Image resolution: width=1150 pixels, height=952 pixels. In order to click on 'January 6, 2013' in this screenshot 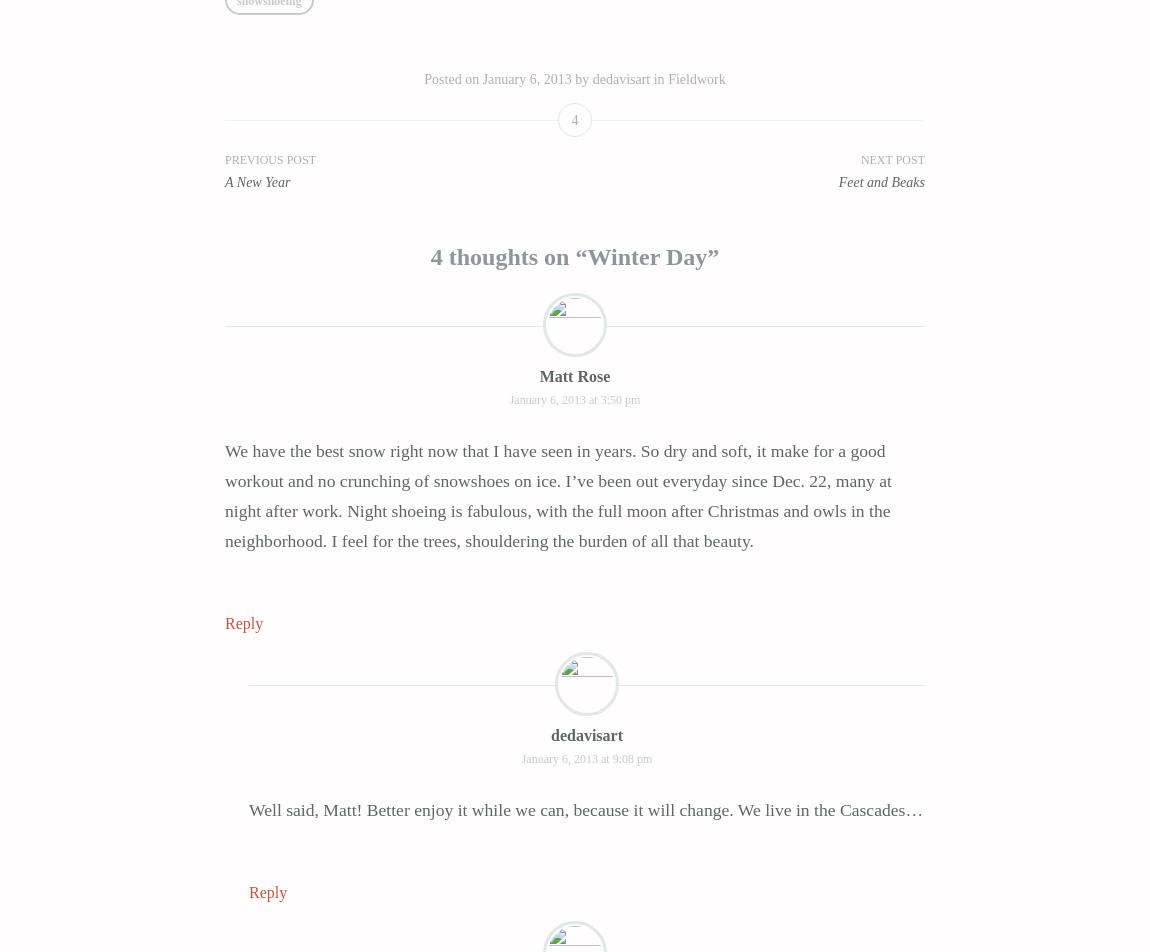, I will do `click(526, 78)`.